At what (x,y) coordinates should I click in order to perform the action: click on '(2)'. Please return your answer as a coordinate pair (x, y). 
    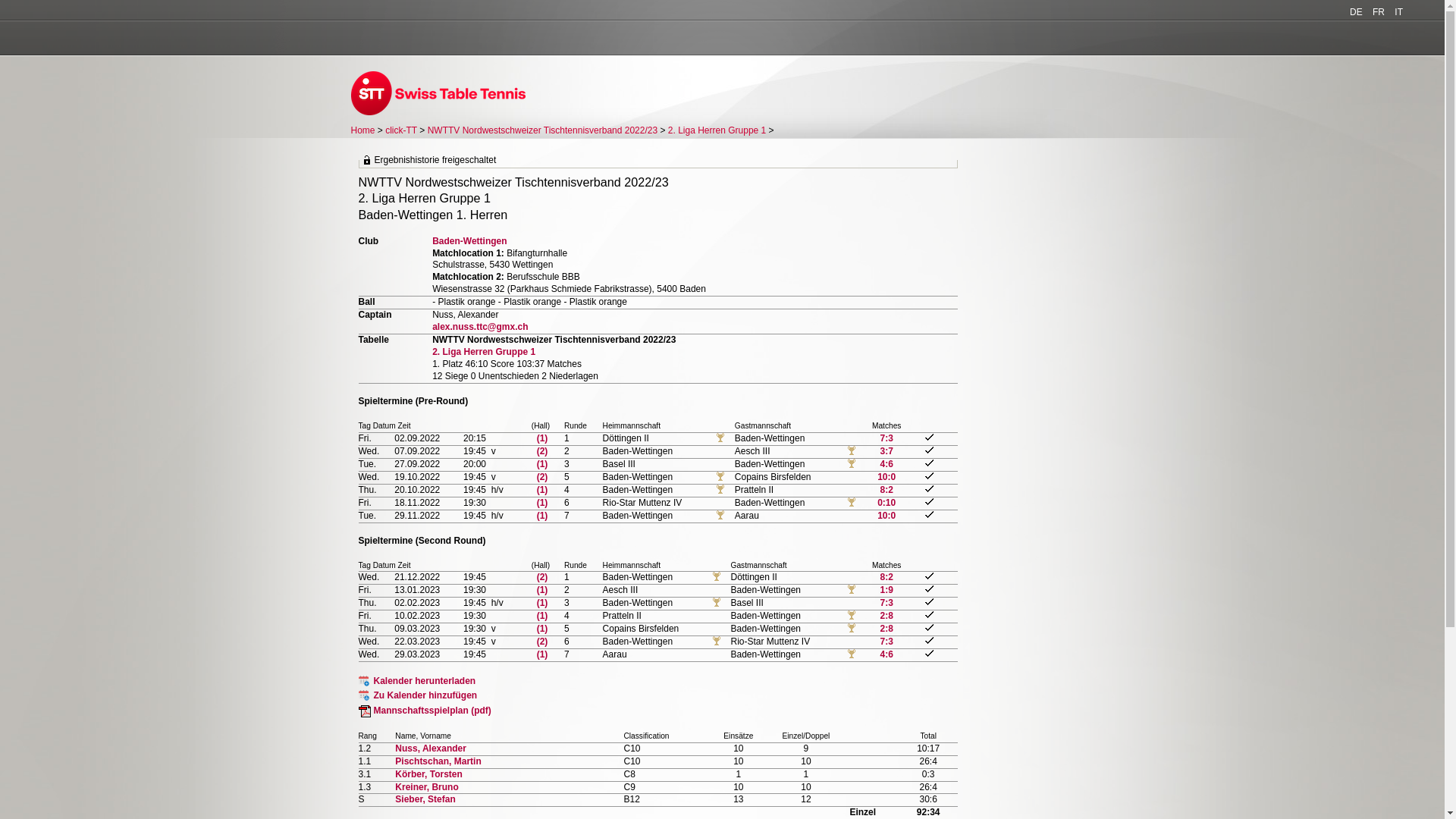
    Looking at the image, I should click on (537, 475).